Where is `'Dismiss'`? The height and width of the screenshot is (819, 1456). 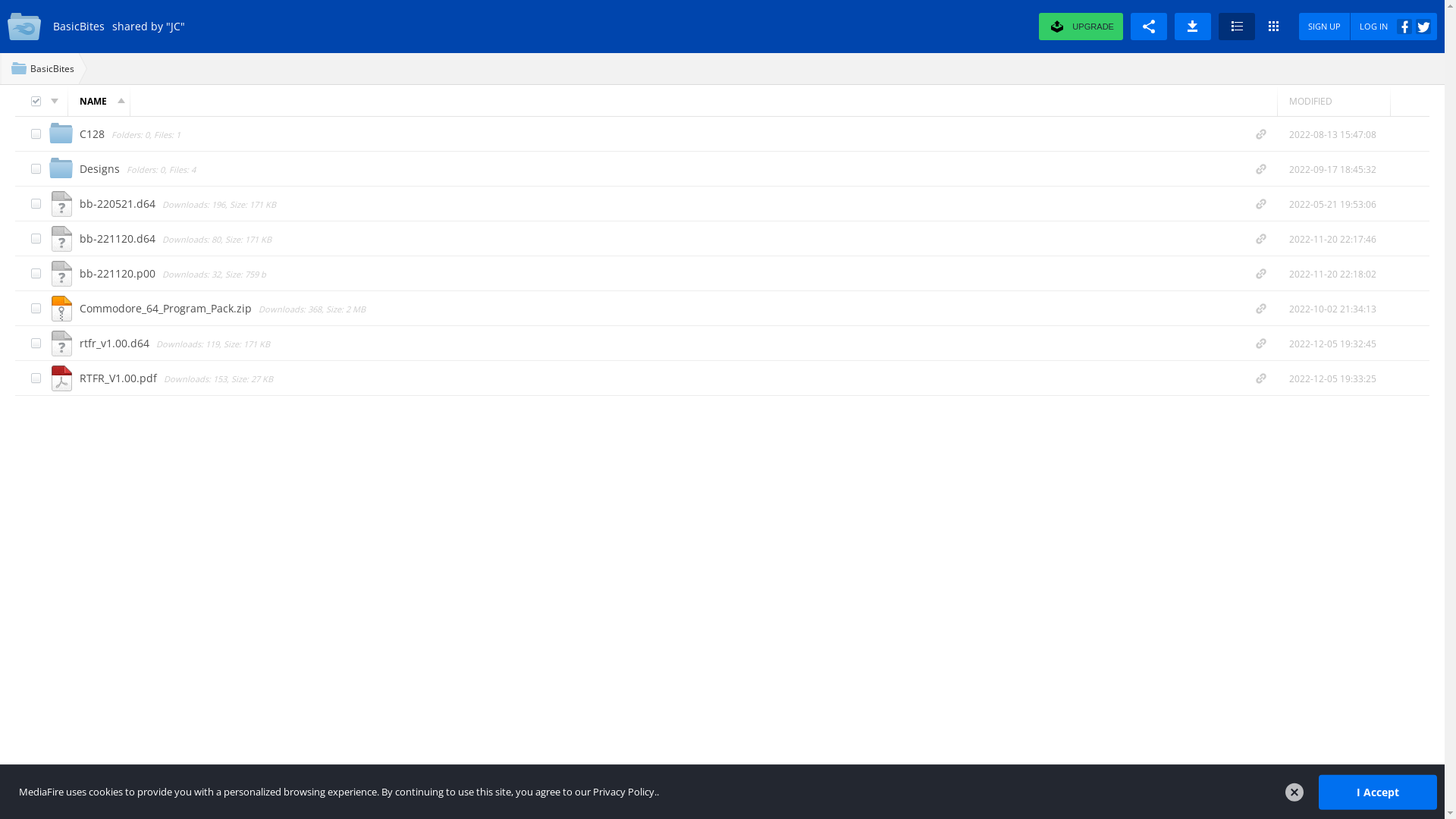
'Dismiss' is located at coordinates (1294, 792).